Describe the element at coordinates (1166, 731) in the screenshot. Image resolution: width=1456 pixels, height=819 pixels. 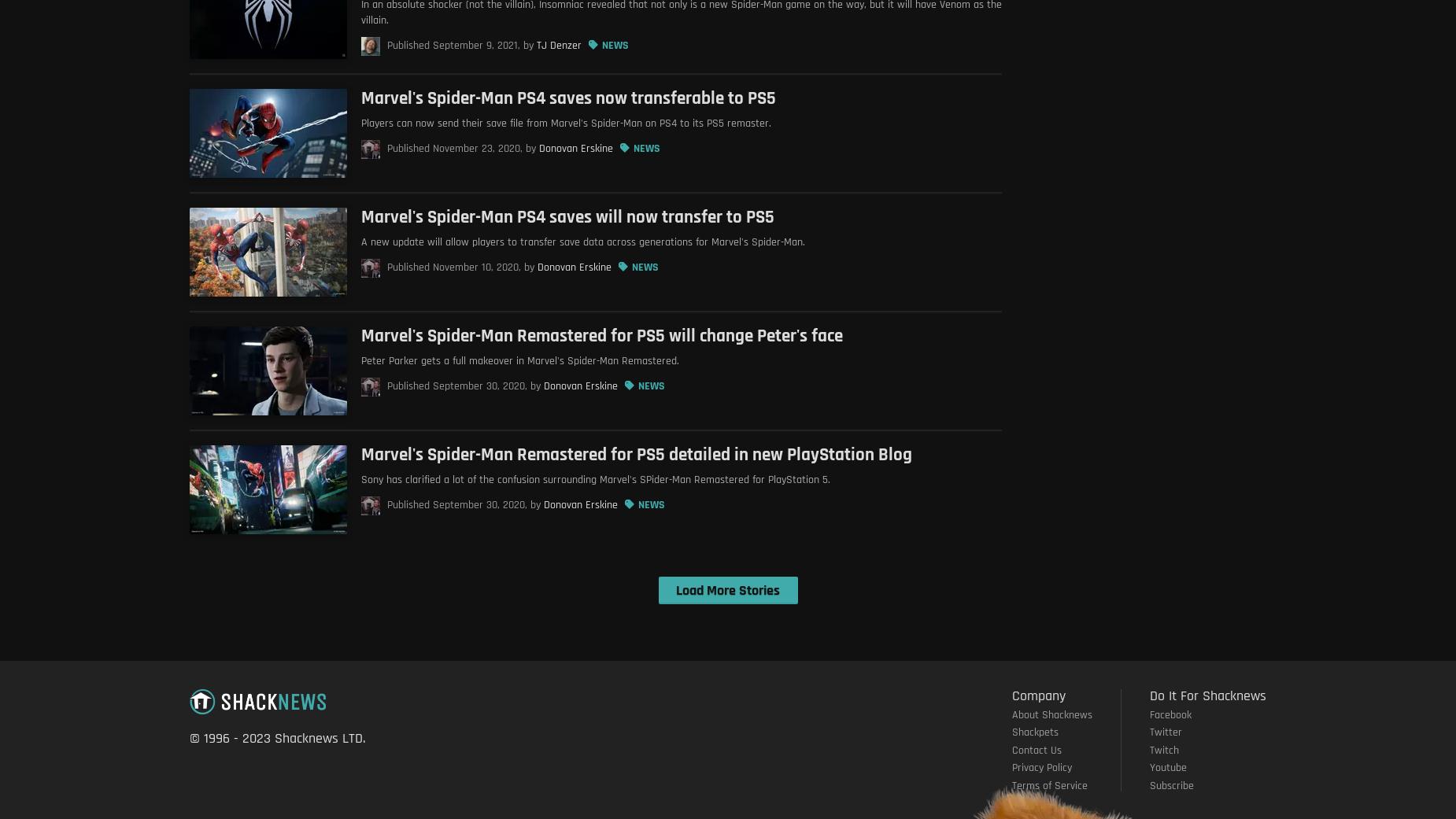
I see `'Twitter'` at that location.